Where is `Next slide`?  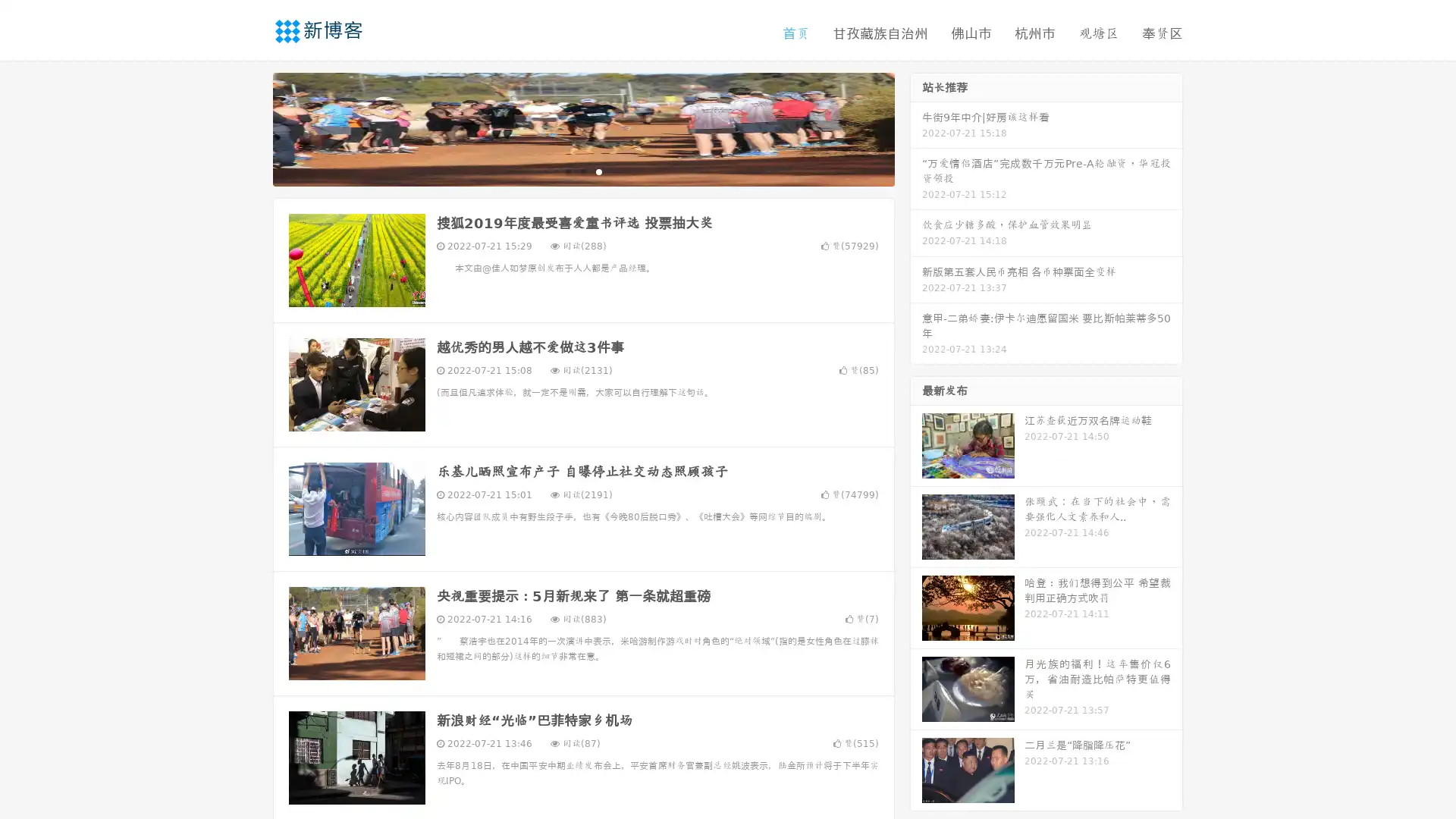
Next slide is located at coordinates (916, 127).